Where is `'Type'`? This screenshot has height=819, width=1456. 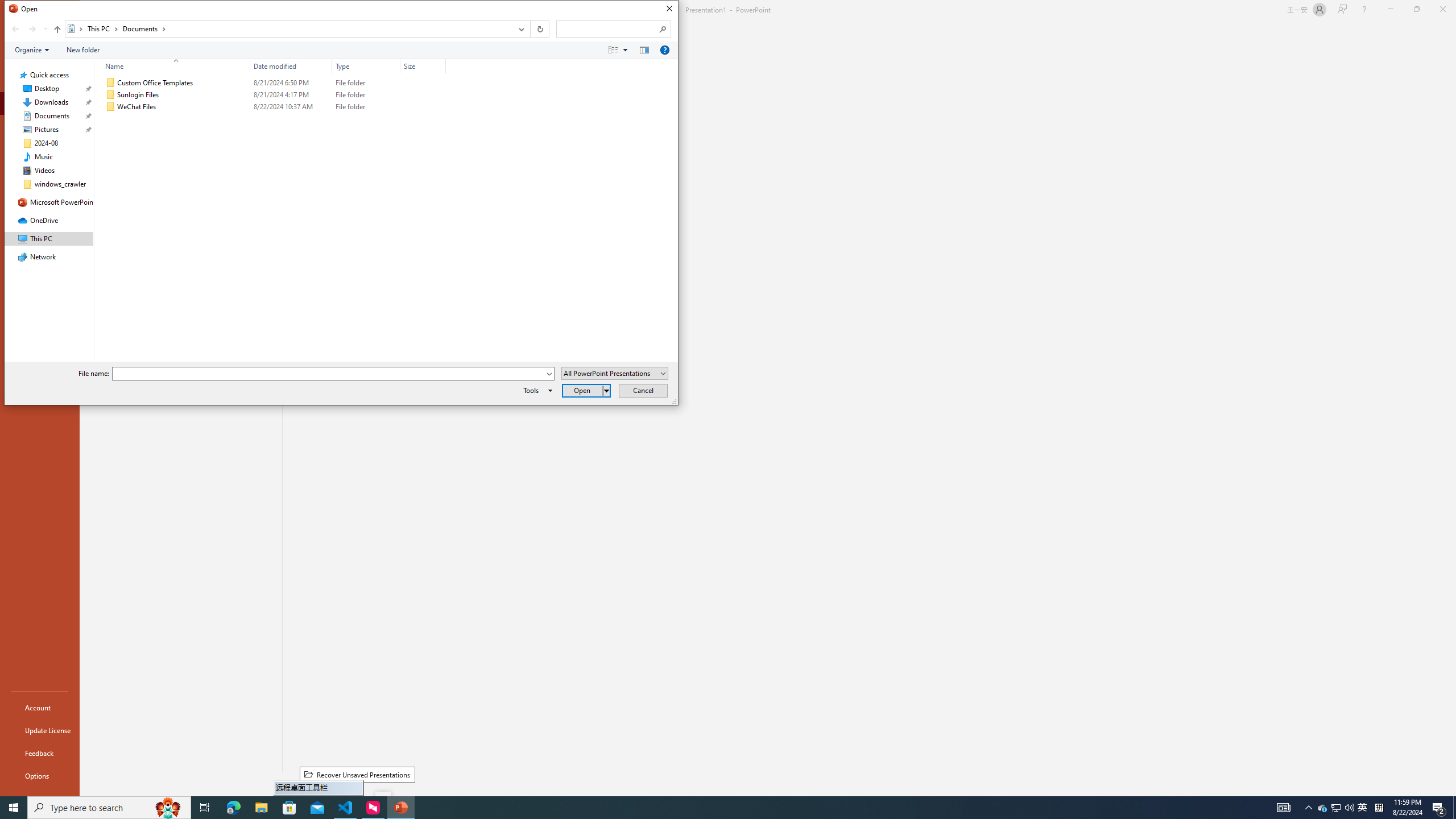 'Type' is located at coordinates (366, 65).